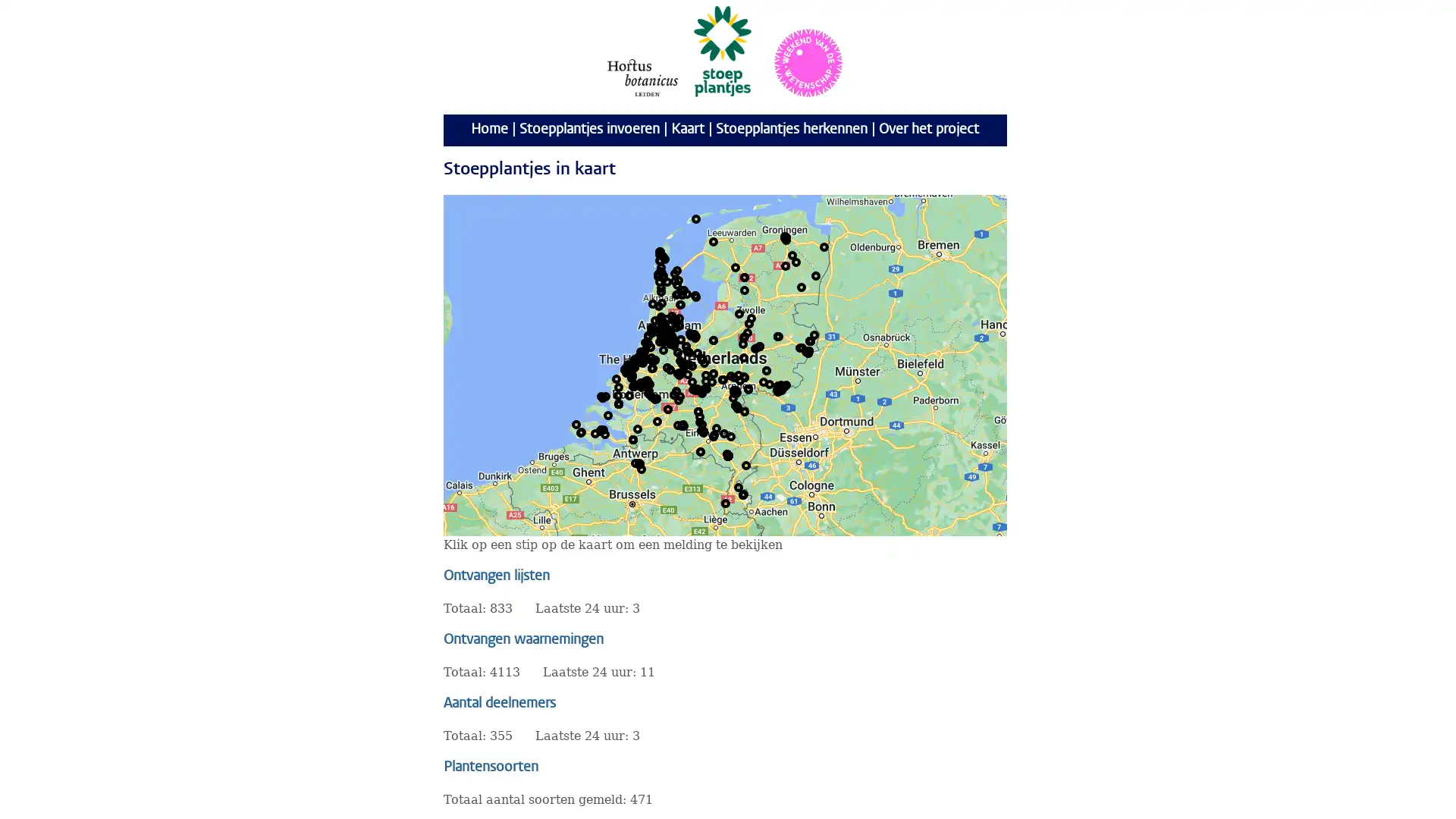 The image size is (1456, 819). Describe the element at coordinates (619, 403) in the screenshot. I see `Telling van Aneglica op 31 mei 2022` at that location.